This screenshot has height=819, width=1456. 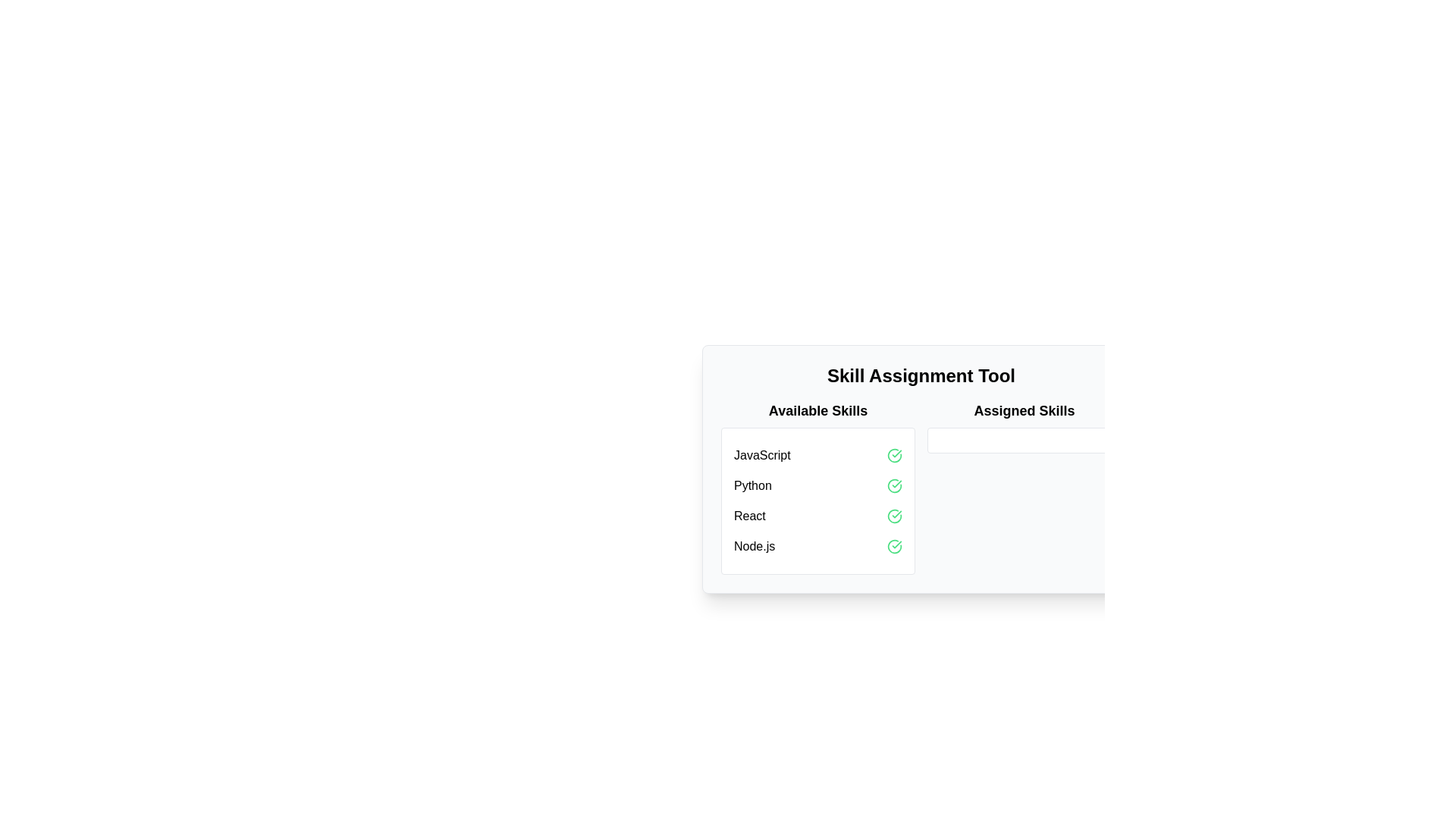 What do you see at coordinates (920, 488) in the screenshot?
I see `the 'Available Skills' section of the 'Skill Assignment Tool'` at bounding box center [920, 488].